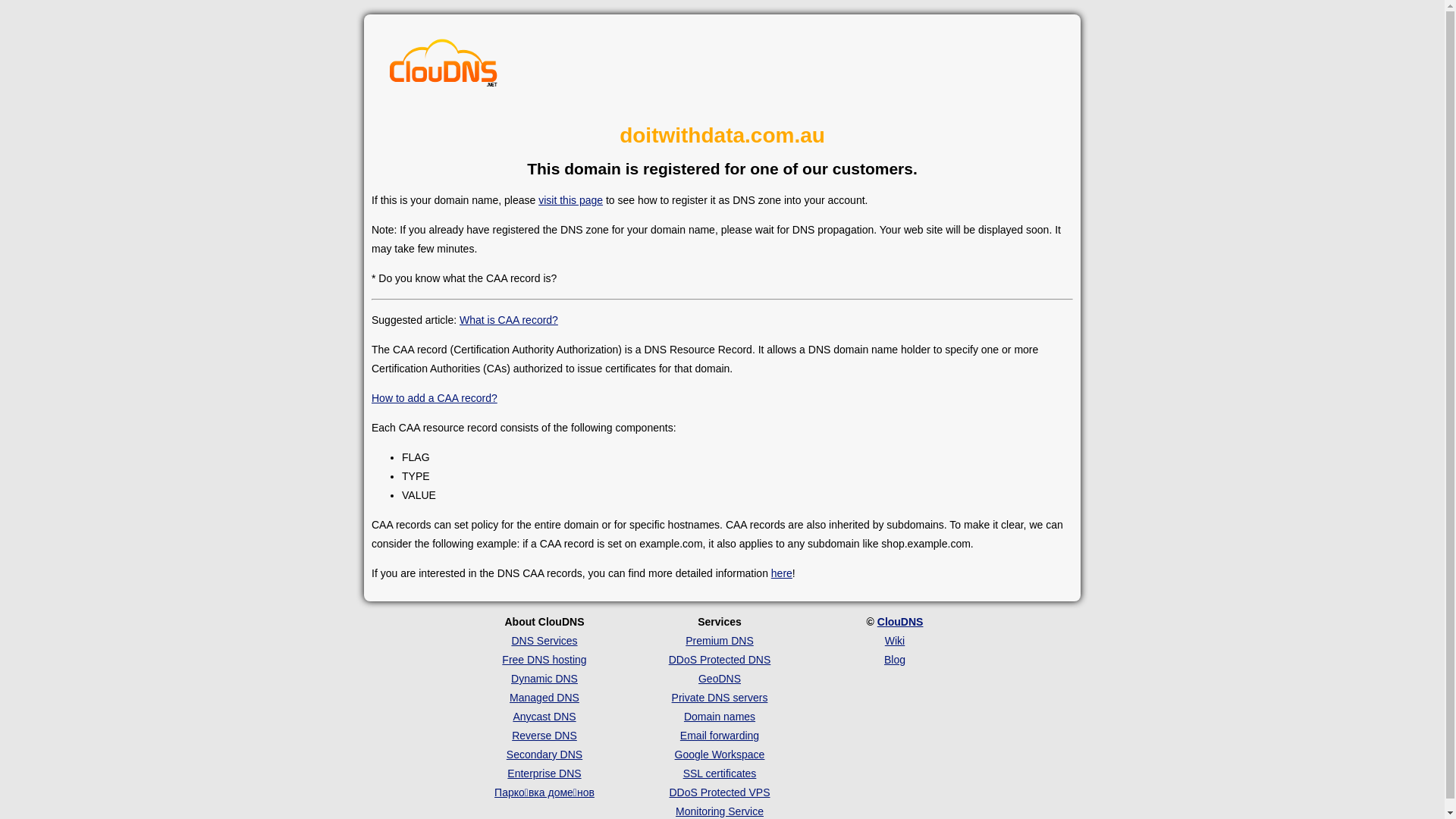 This screenshot has width=1456, height=819. What do you see at coordinates (668, 659) in the screenshot?
I see `'DDoS Protected DNS'` at bounding box center [668, 659].